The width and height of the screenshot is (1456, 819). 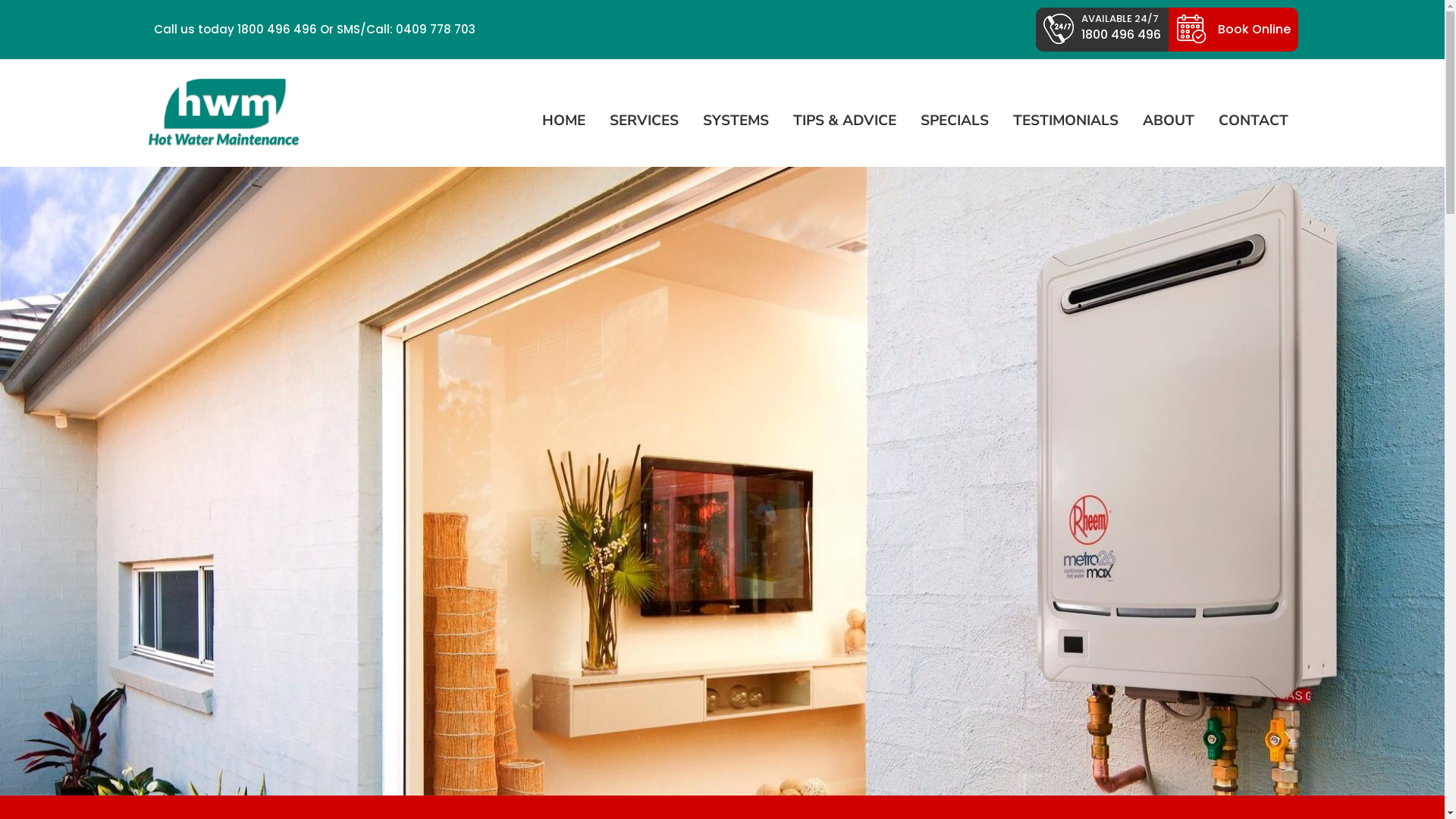 What do you see at coordinates (735, 120) in the screenshot?
I see `'SYSTEMS'` at bounding box center [735, 120].